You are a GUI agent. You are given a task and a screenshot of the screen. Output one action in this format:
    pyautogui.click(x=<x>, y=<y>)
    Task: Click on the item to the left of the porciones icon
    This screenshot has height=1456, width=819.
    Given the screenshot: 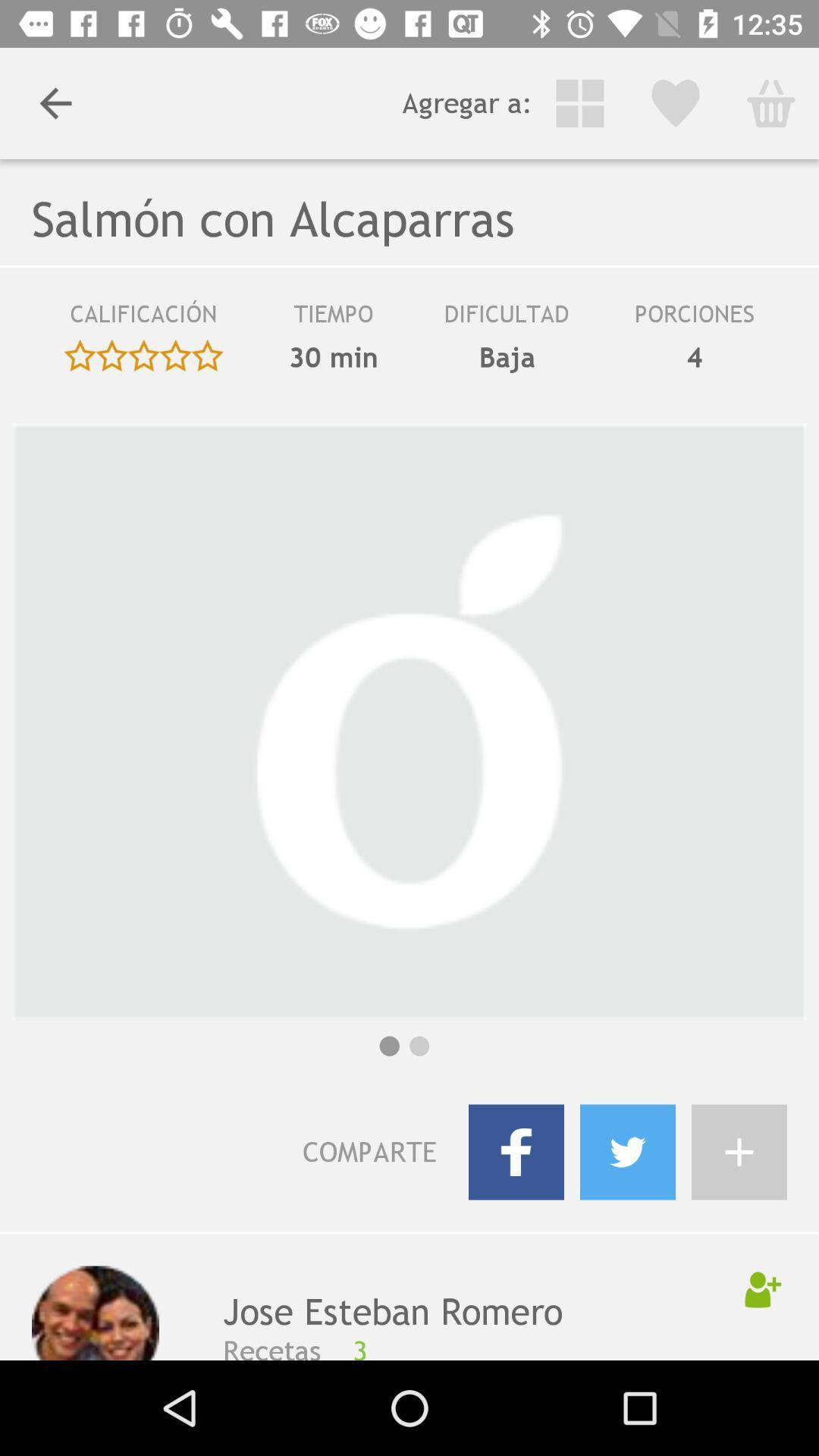 What is the action you would take?
    pyautogui.click(x=507, y=318)
    